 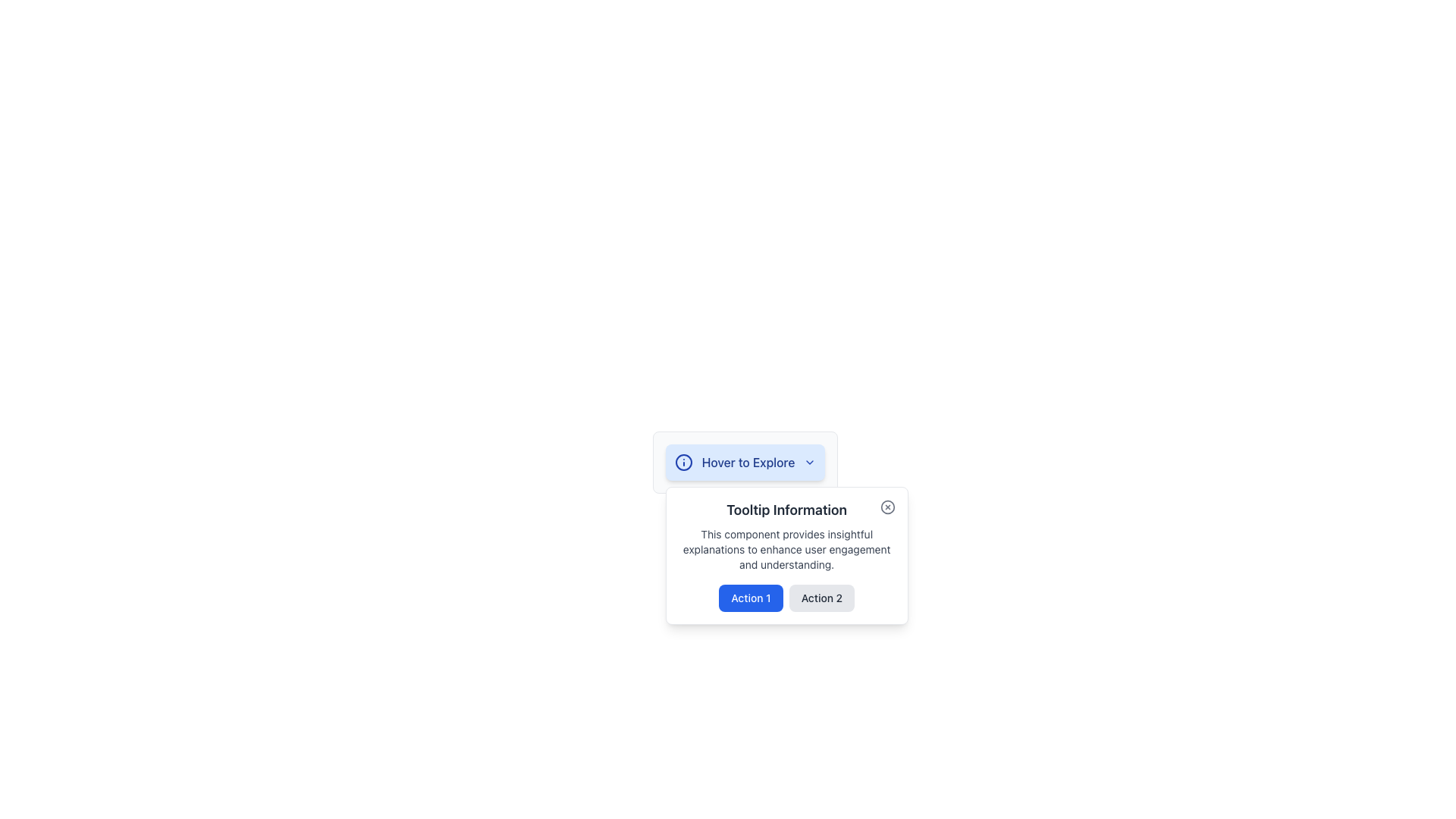 What do you see at coordinates (682, 461) in the screenshot?
I see `the decorative border SVG circle component of the 'info' icon, located to the left of the 'Hover` at bounding box center [682, 461].